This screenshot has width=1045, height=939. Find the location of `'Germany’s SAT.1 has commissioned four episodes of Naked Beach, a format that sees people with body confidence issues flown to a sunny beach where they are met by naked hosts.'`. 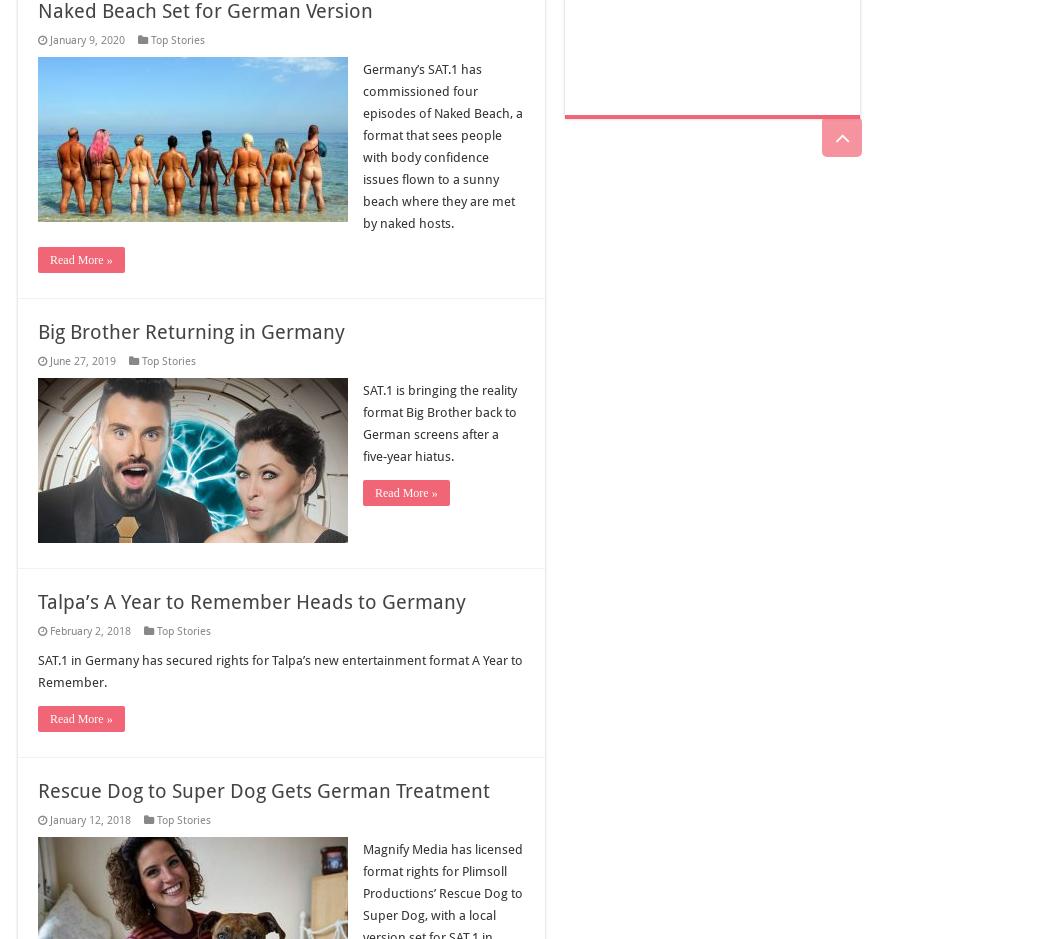

'Germany’s SAT.1 has commissioned four episodes of Naked Beach, a format that sees people with body confidence issues flown to a sunny beach where they are met by naked hosts.' is located at coordinates (442, 146).